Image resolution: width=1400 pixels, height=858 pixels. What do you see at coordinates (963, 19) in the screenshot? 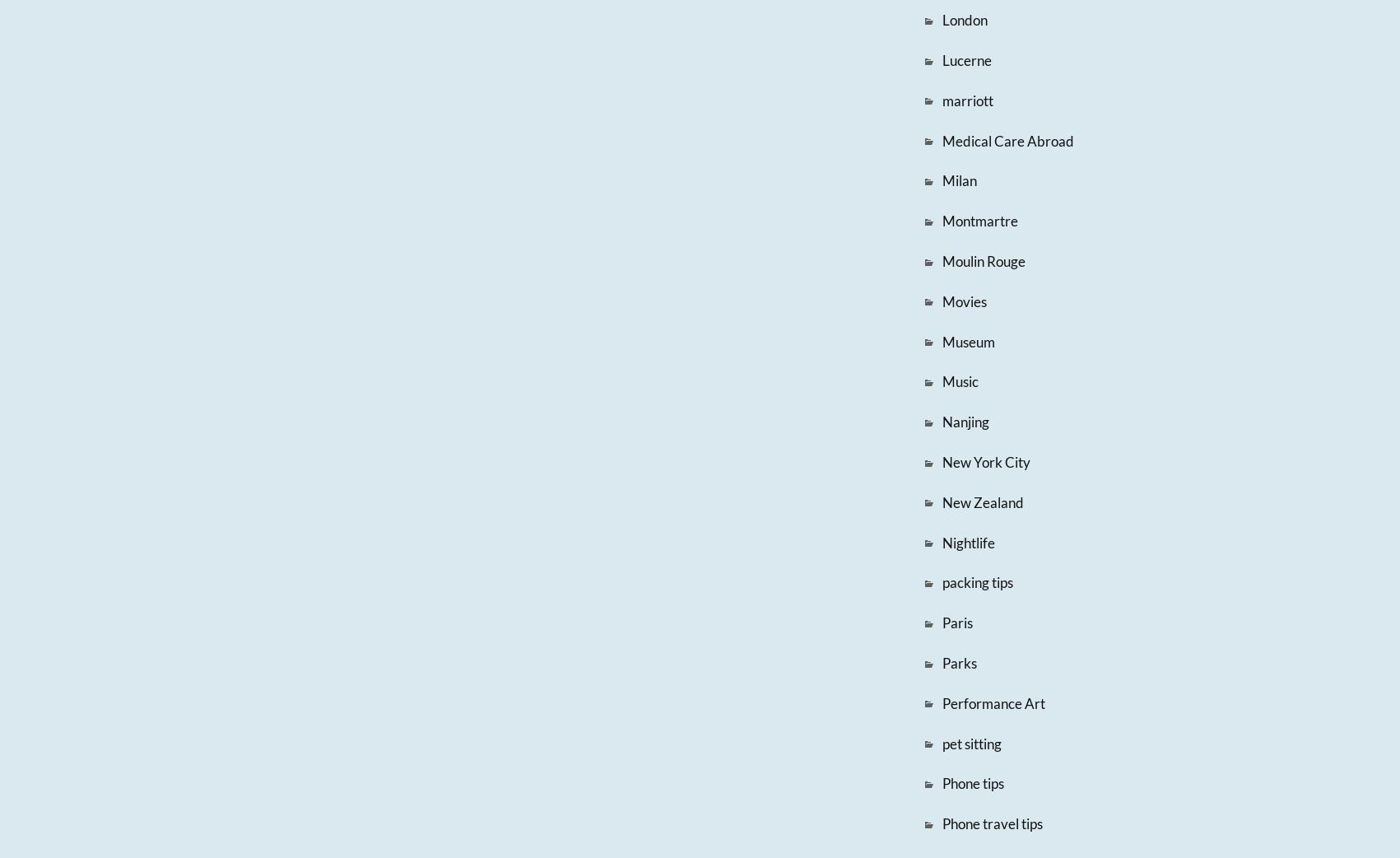
I see `'London'` at bounding box center [963, 19].